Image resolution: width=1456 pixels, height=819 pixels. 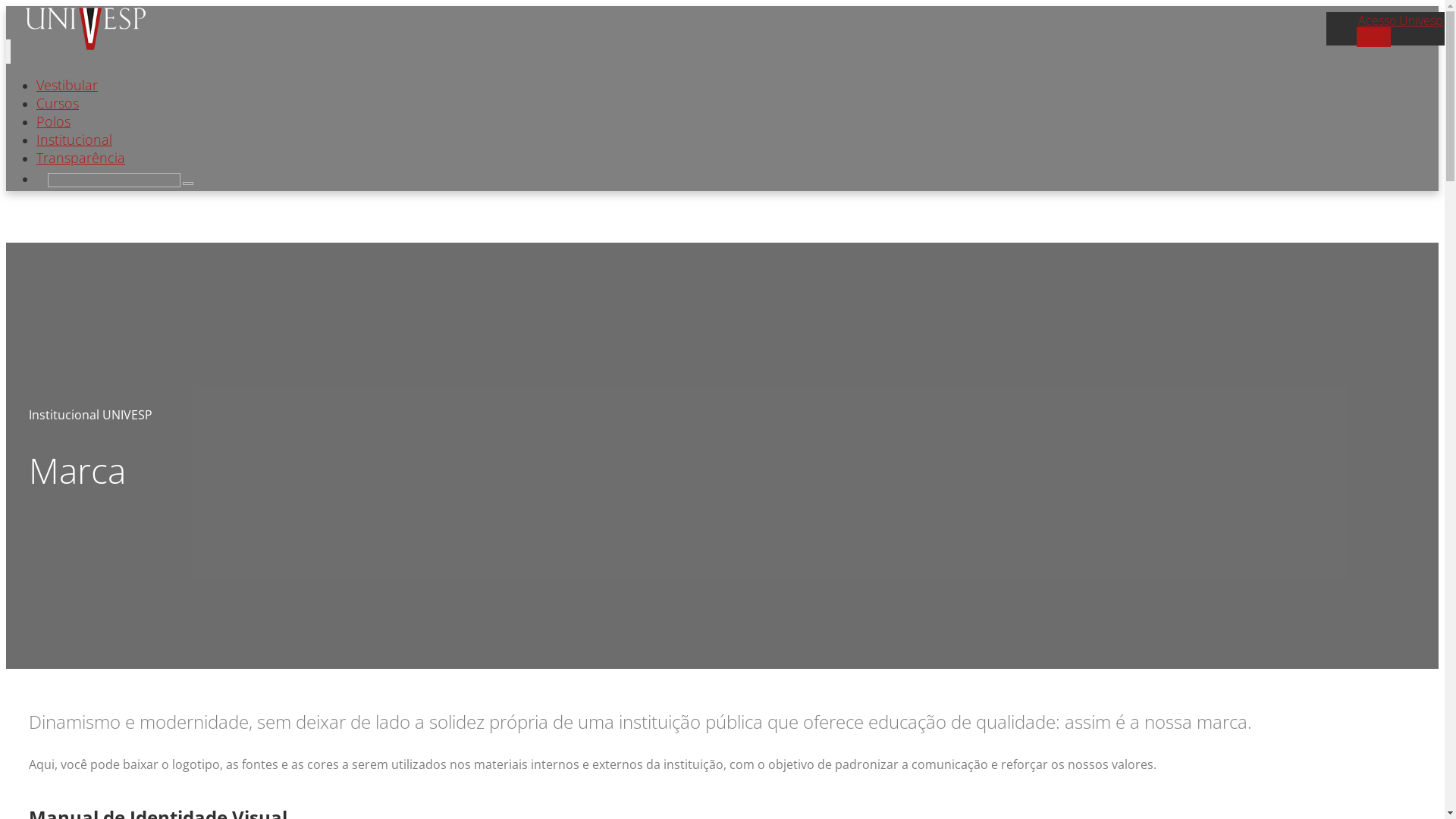 I want to click on 'Aluno', so click(x=1373, y=36).